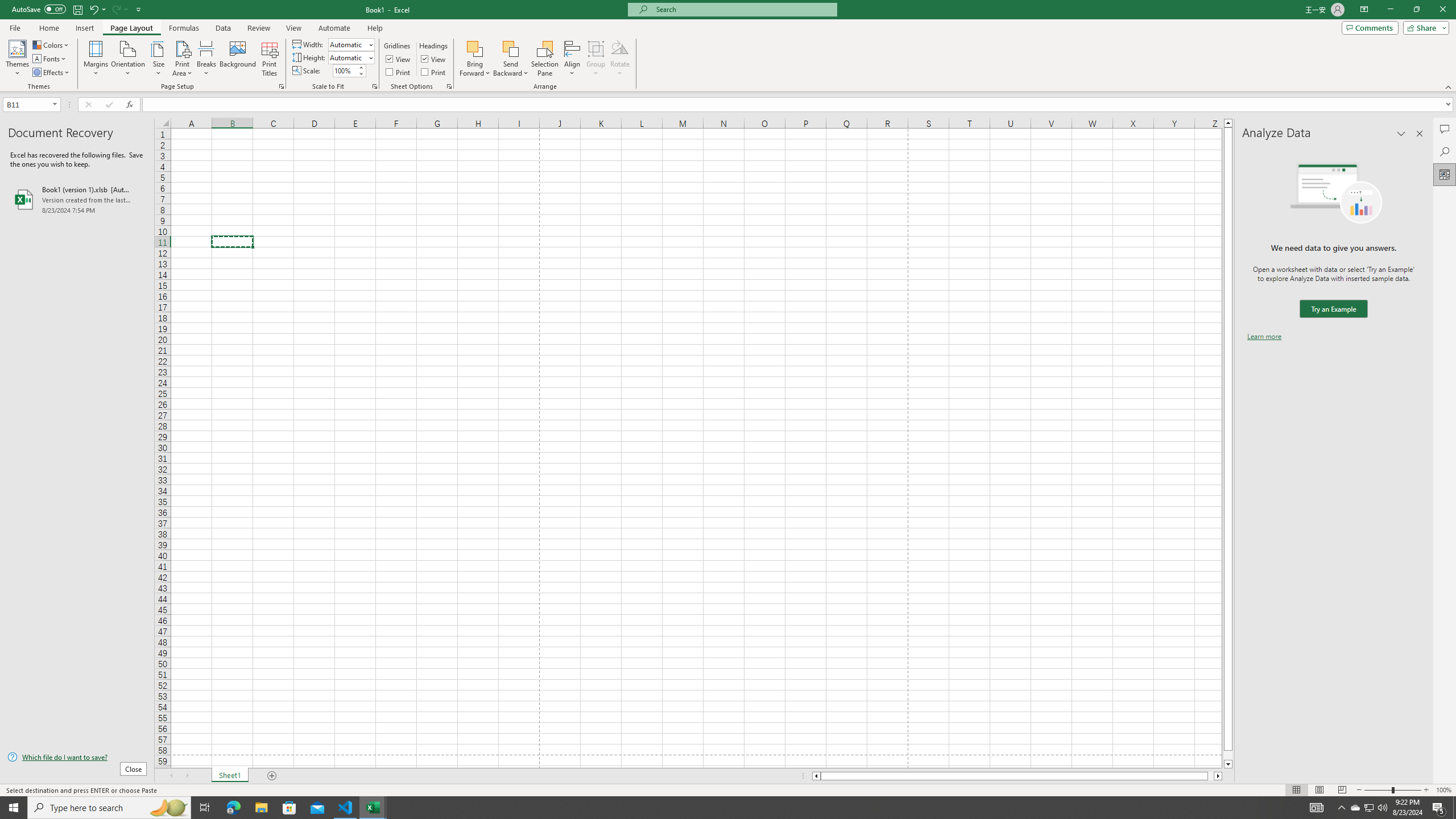  I want to click on 'Orientation', so click(127, 59).